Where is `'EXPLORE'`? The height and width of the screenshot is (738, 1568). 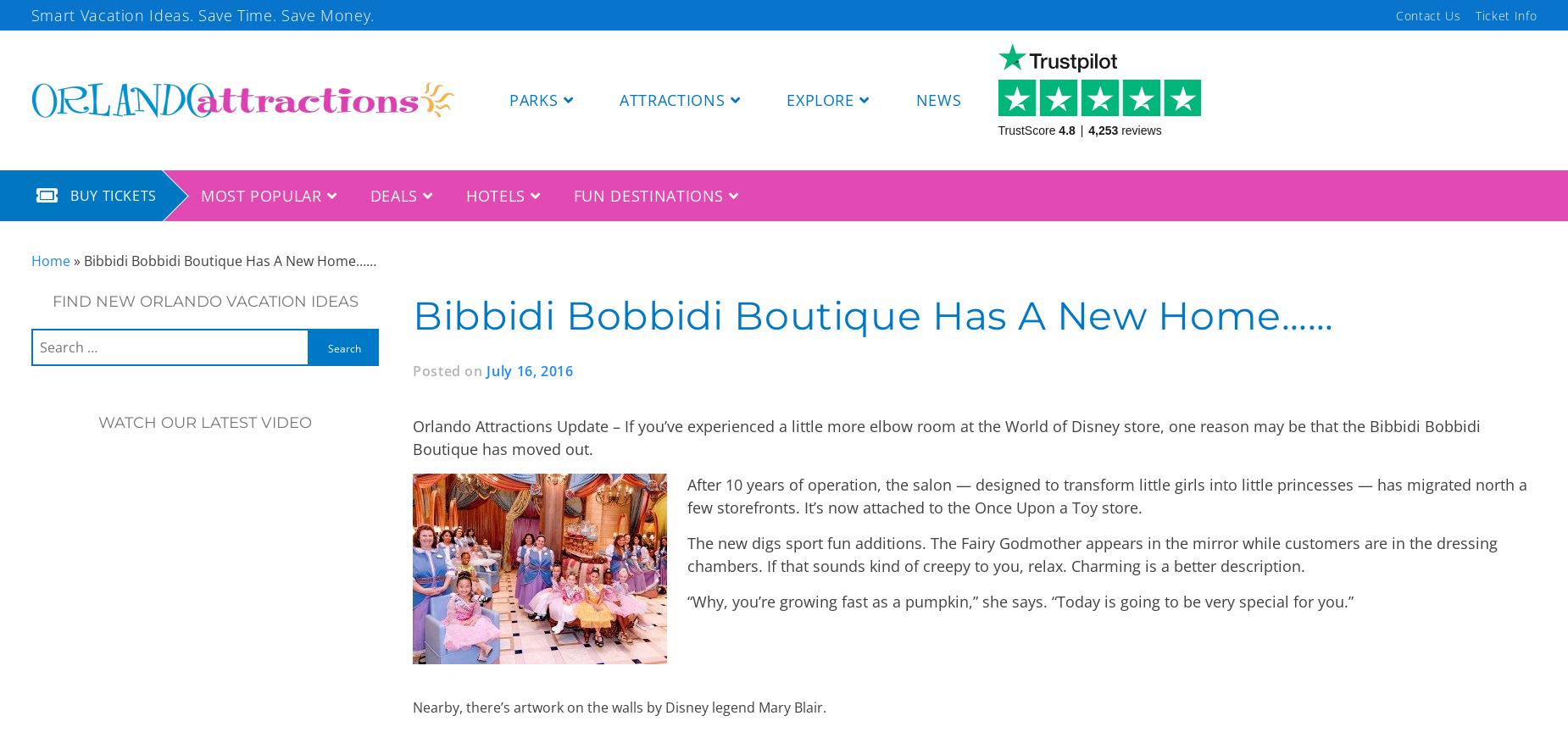
'EXPLORE' is located at coordinates (819, 99).